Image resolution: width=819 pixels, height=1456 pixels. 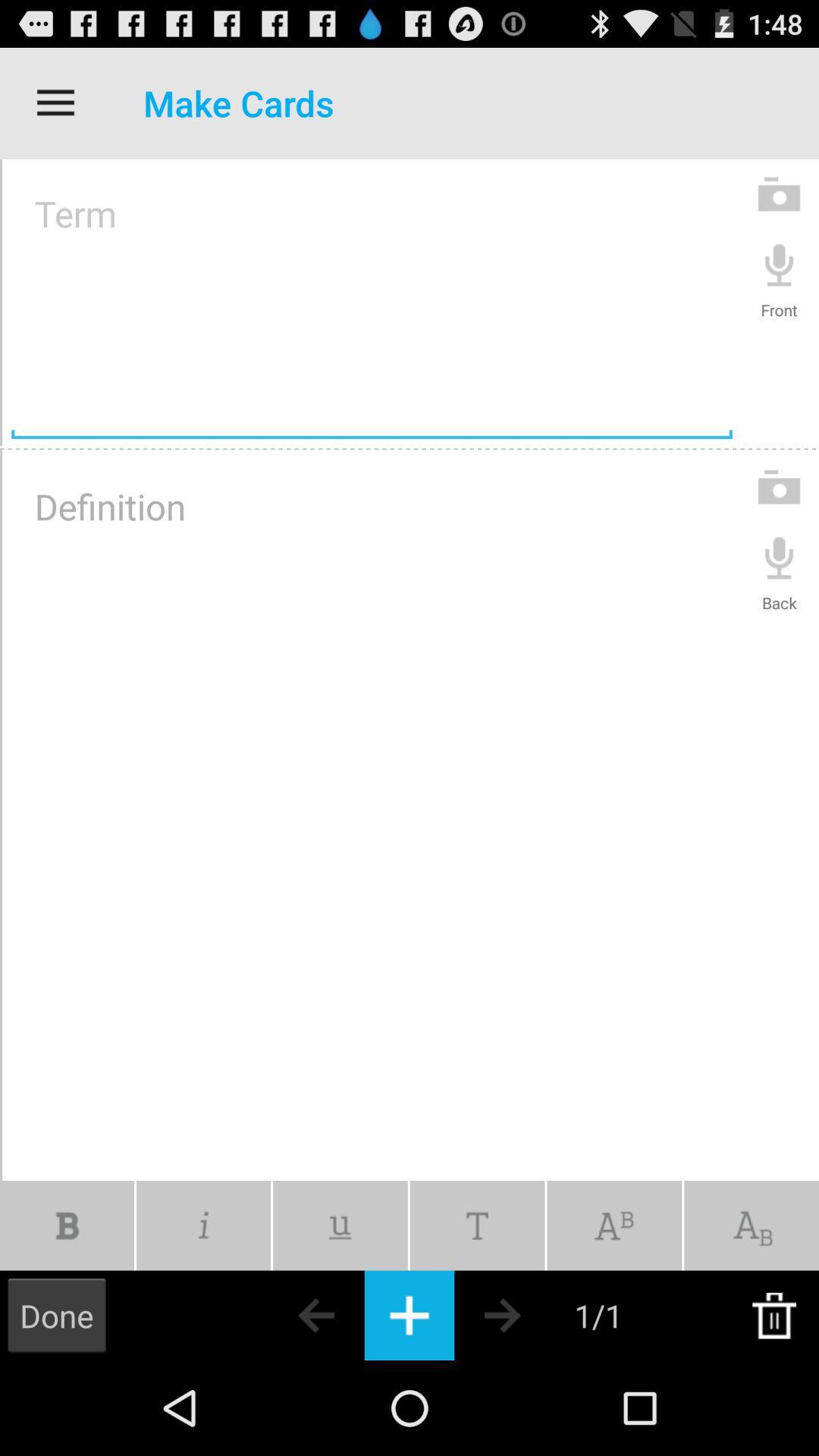 I want to click on format as superscript, so click(x=614, y=1225).